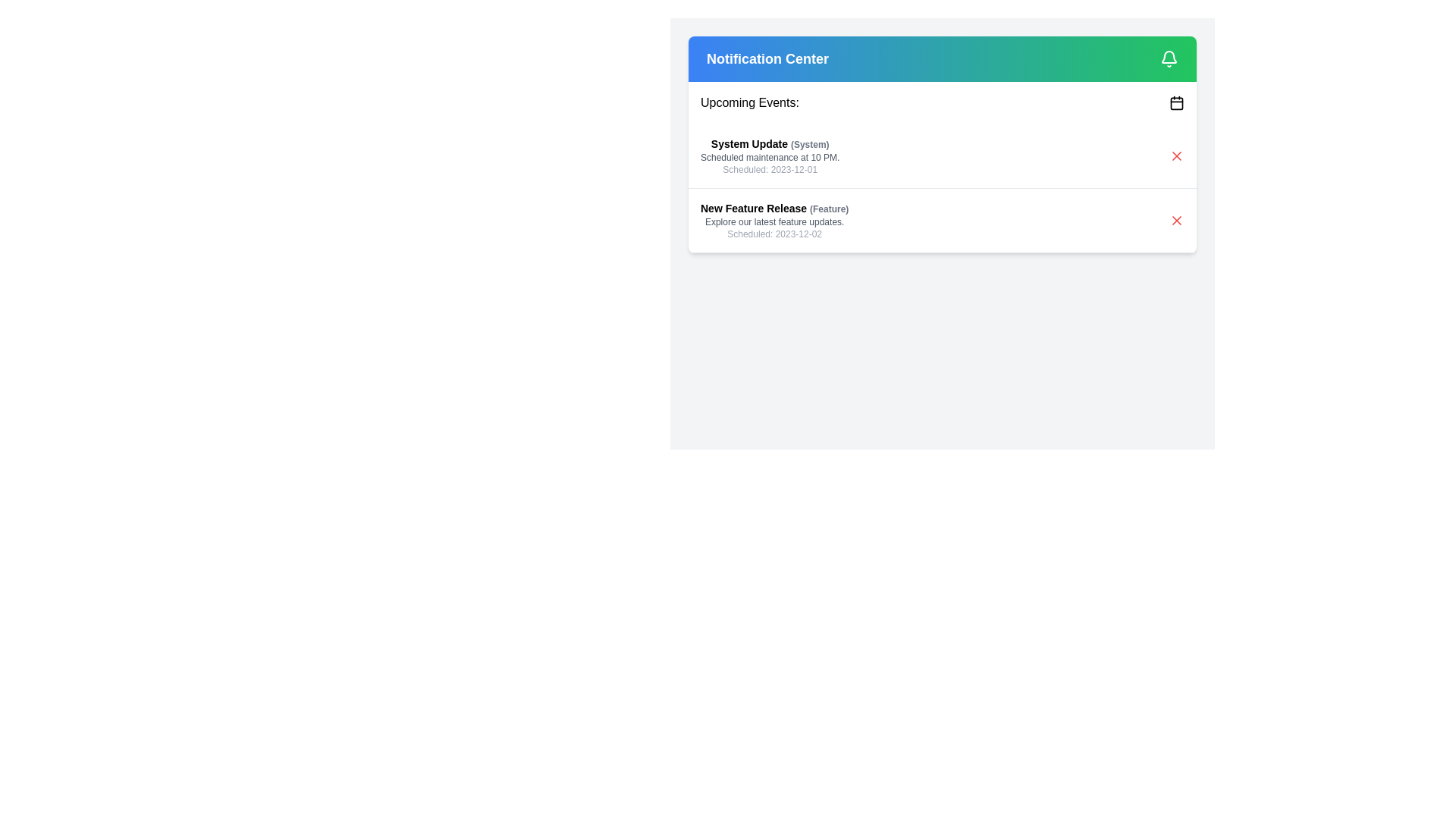 The image size is (1456, 819). What do you see at coordinates (770, 143) in the screenshot?
I see `the title text label of the first notification in the Notification Center, which summarizes the system update` at bounding box center [770, 143].